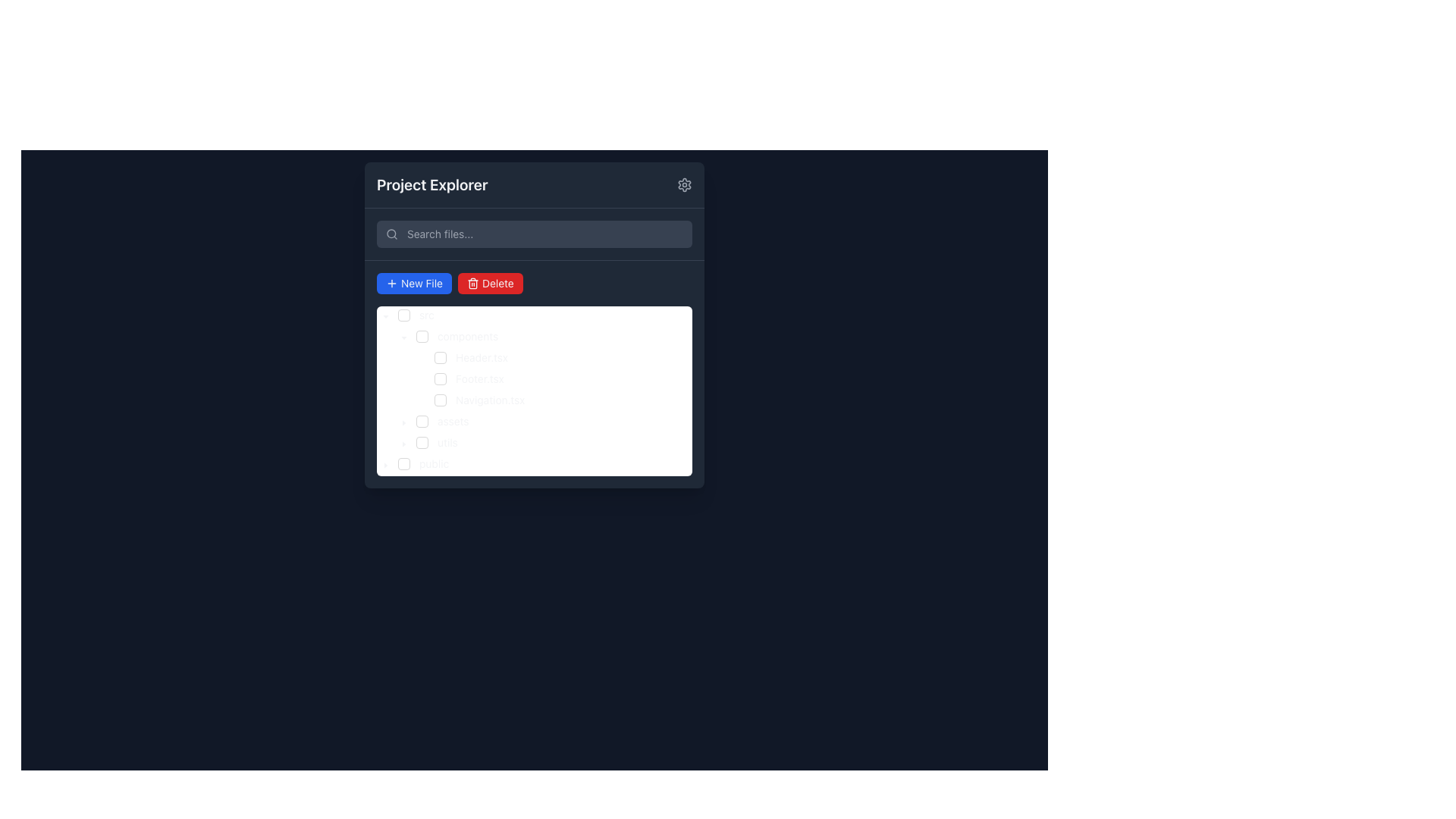  I want to click on the 'Delete' button, which is red with rounded corners and features a trashcan icon, located, so click(490, 284).